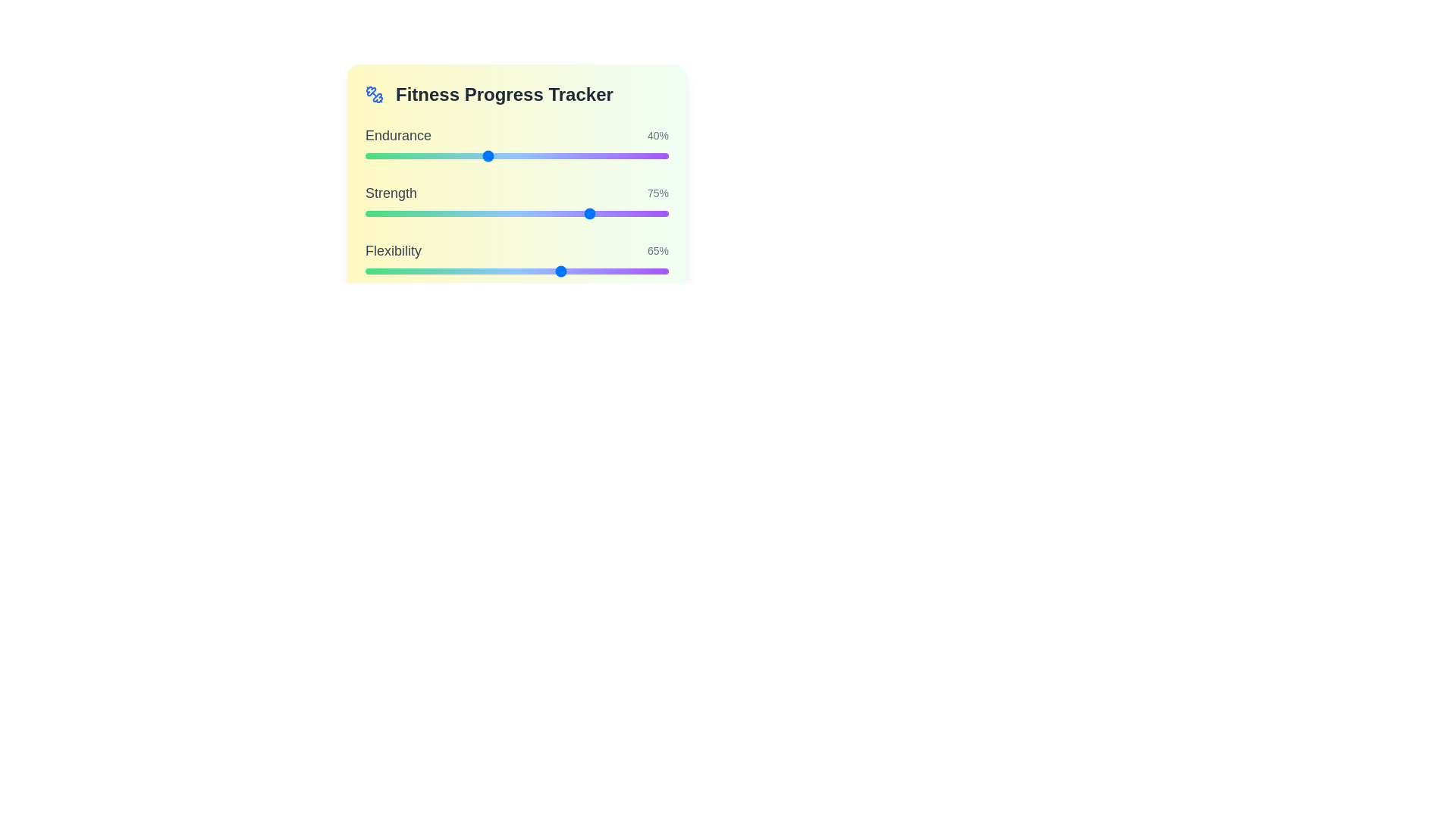 The width and height of the screenshot is (1456, 819). What do you see at coordinates (378, 271) in the screenshot?
I see `flexibility percentage` at bounding box center [378, 271].